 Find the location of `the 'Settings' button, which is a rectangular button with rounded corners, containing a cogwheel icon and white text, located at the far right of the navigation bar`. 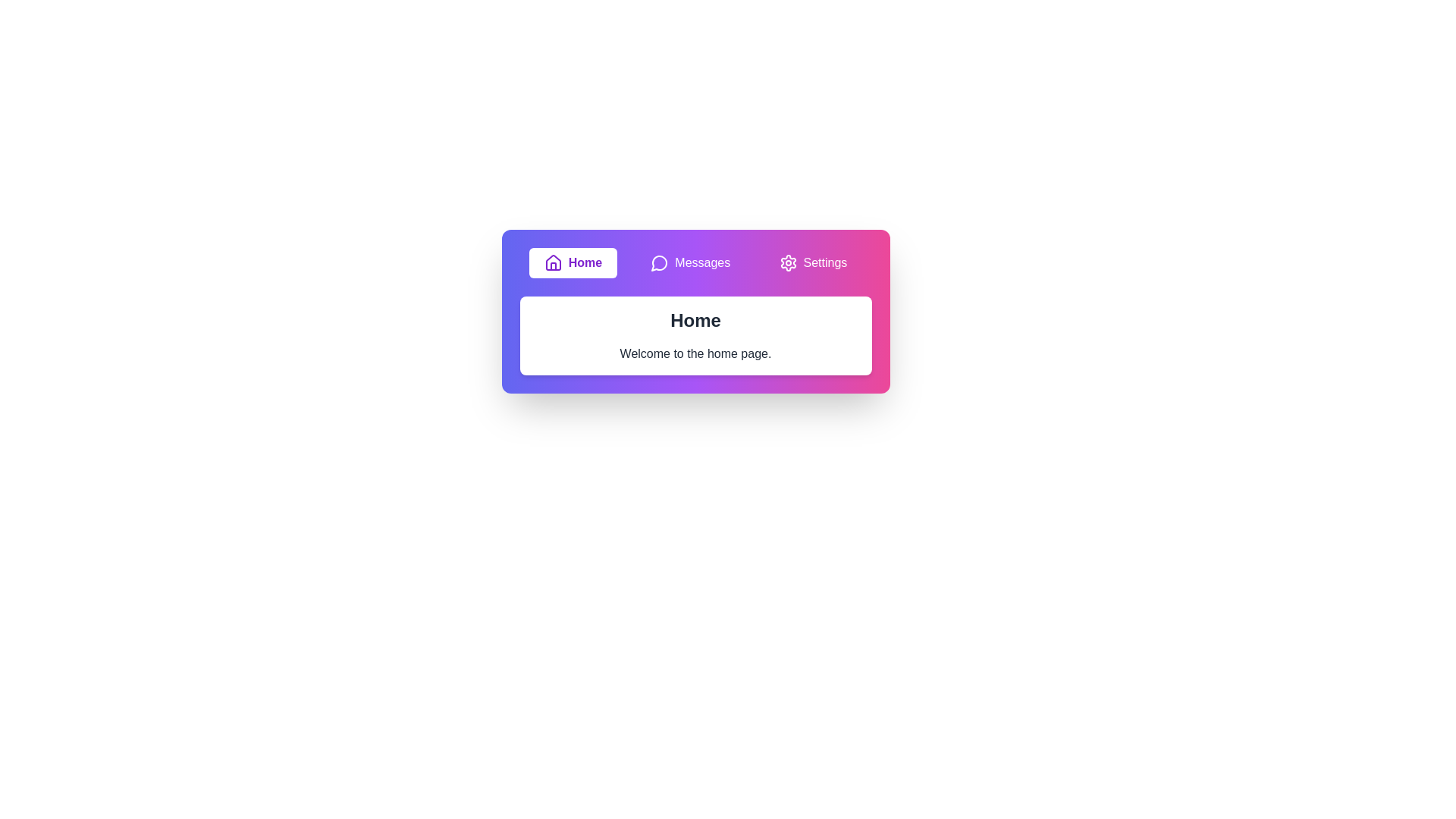

the 'Settings' button, which is a rectangular button with rounded corners, containing a cogwheel icon and white text, located at the far right of the navigation bar is located at coordinates (811, 262).